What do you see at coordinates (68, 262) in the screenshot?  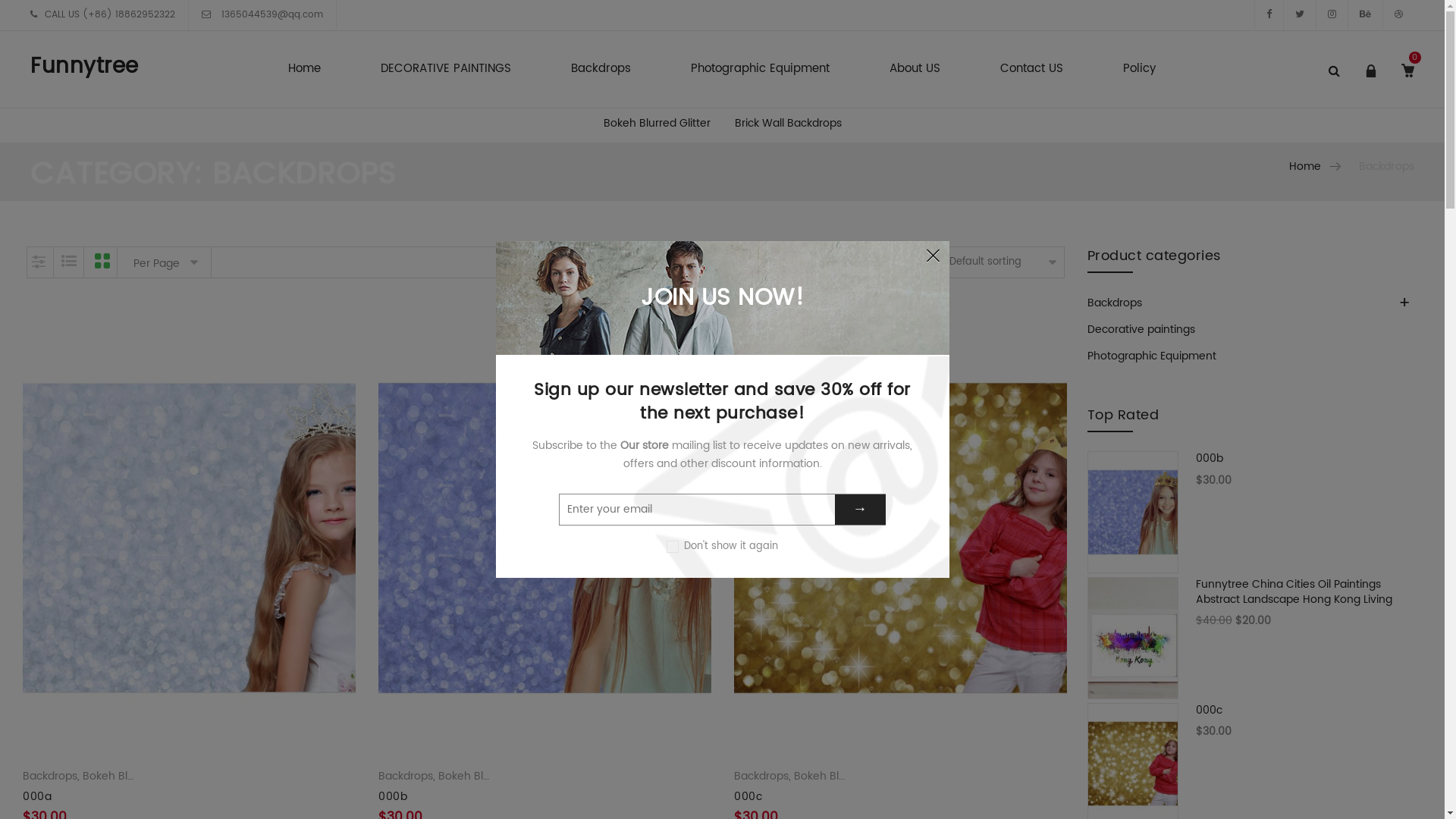 I see `'List view'` at bounding box center [68, 262].